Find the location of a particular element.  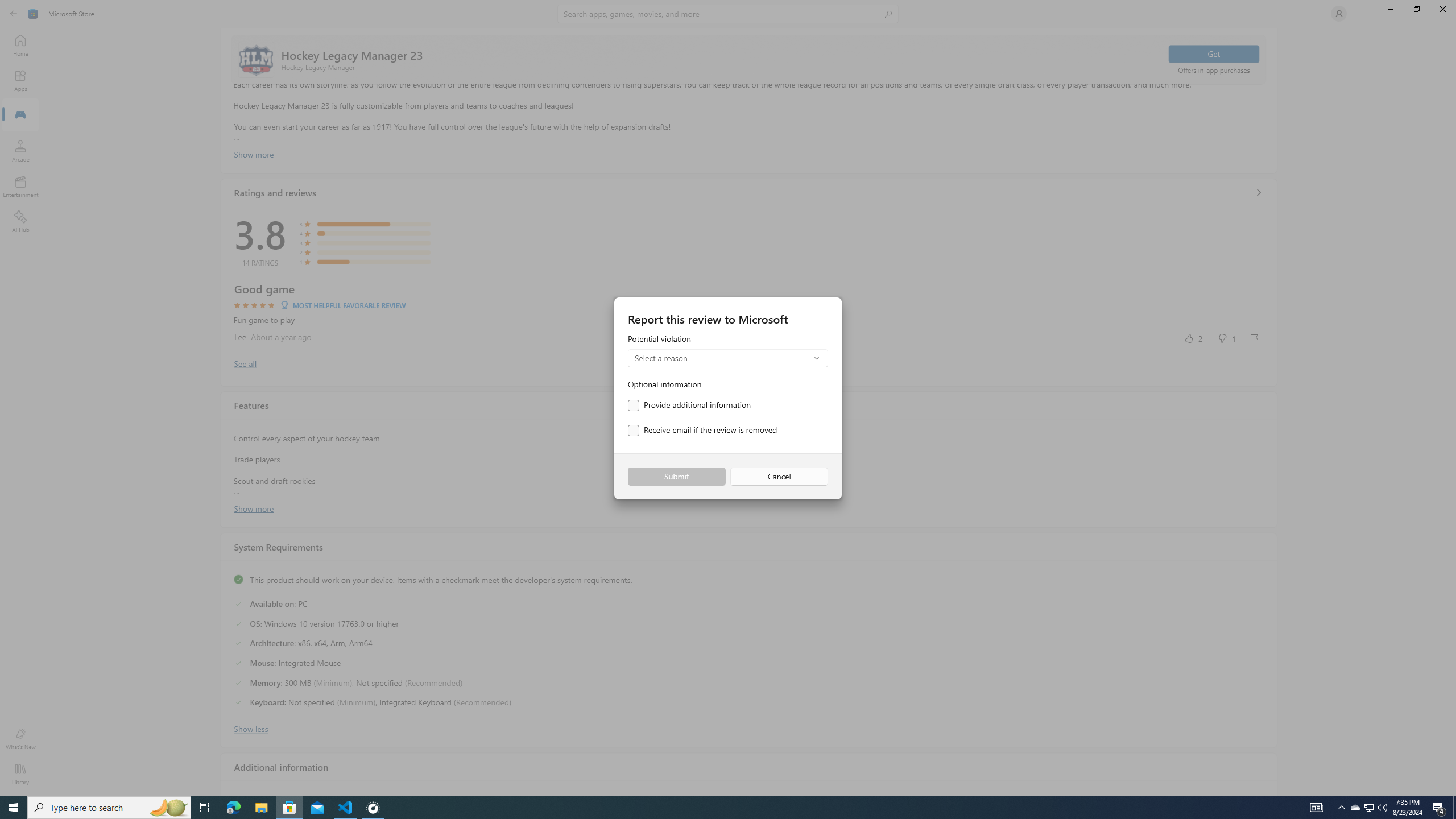

'Entertainment' is located at coordinates (19, 185).